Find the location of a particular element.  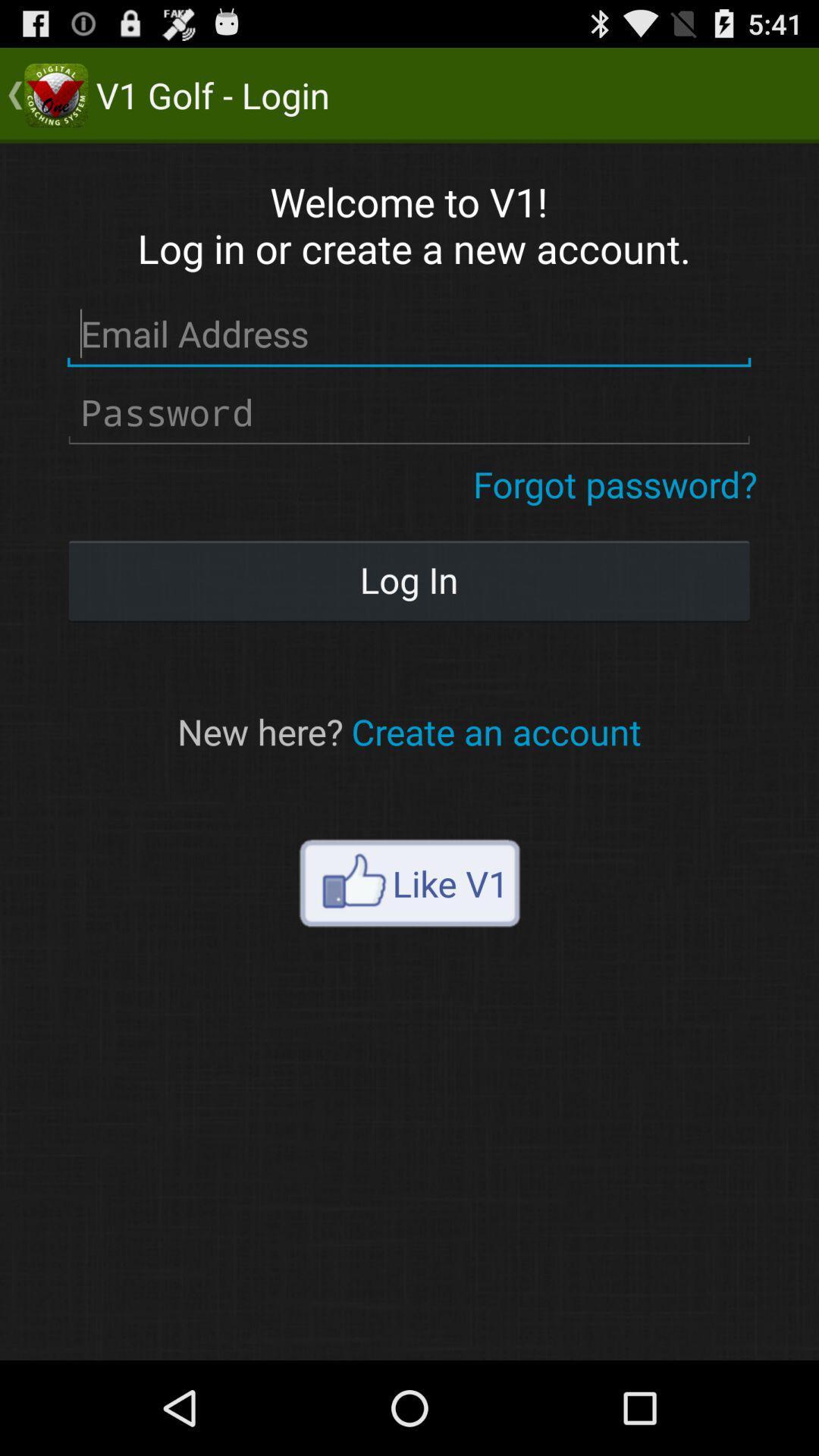

input your email address is located at coordinates (408, 334).